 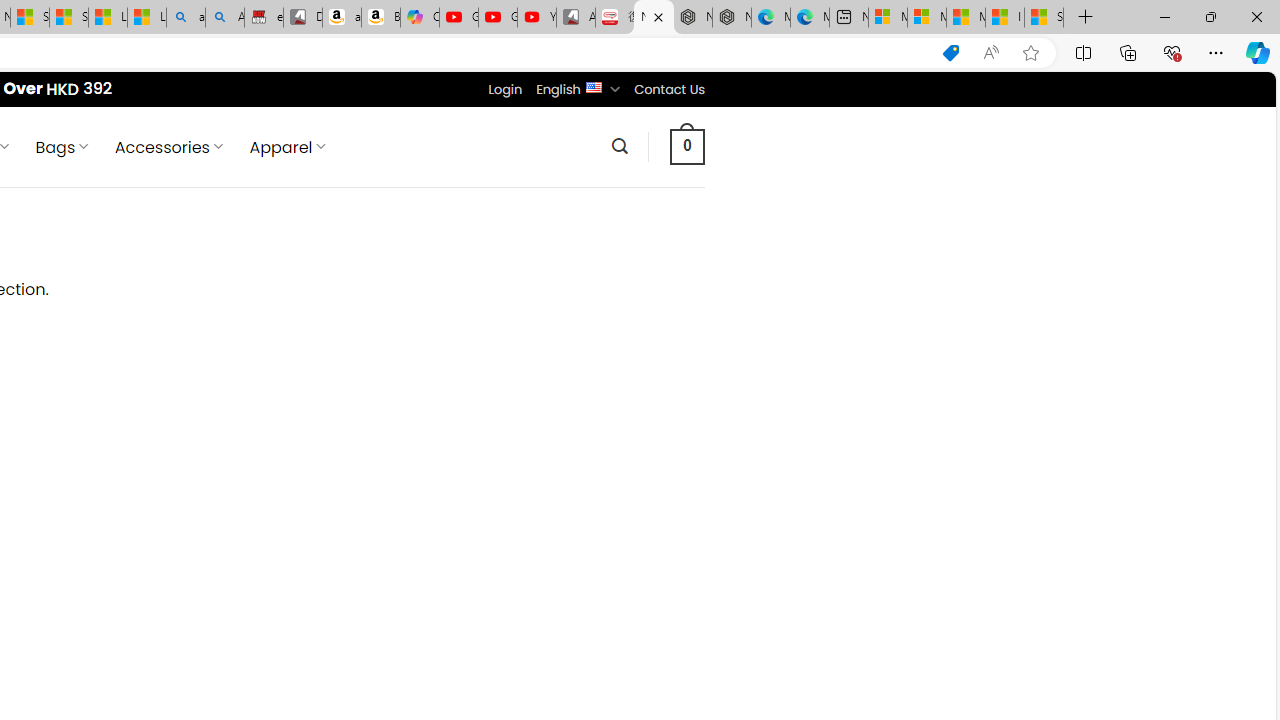 I want to click on 'English', so click(x=592, y=85).